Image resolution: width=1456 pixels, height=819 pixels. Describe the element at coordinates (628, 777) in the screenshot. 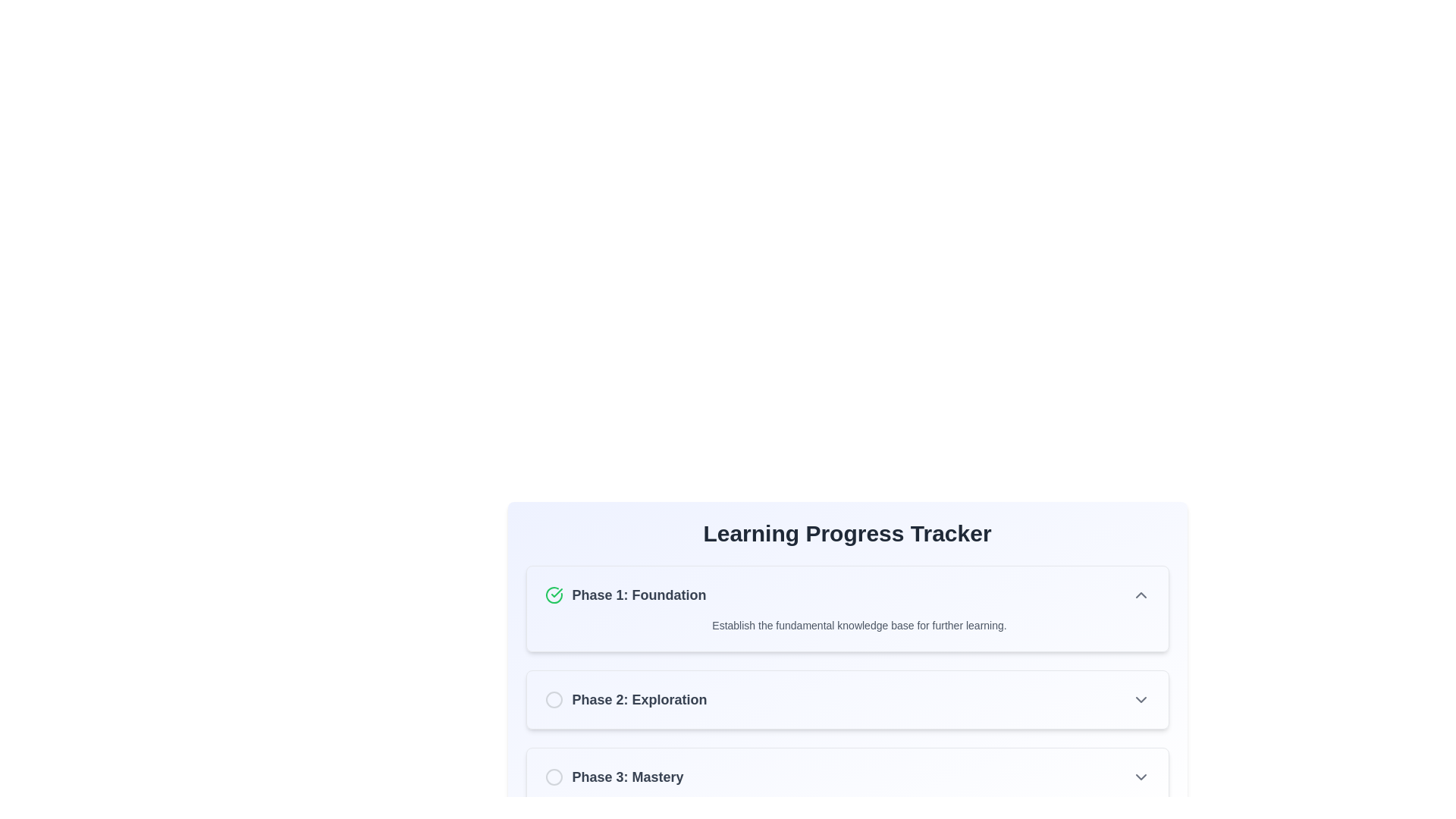

I see `text label indicating 'Phase 3' in the Learning Progress Tracker interface, which signifies the third stage named 'Mastery'` at that location.